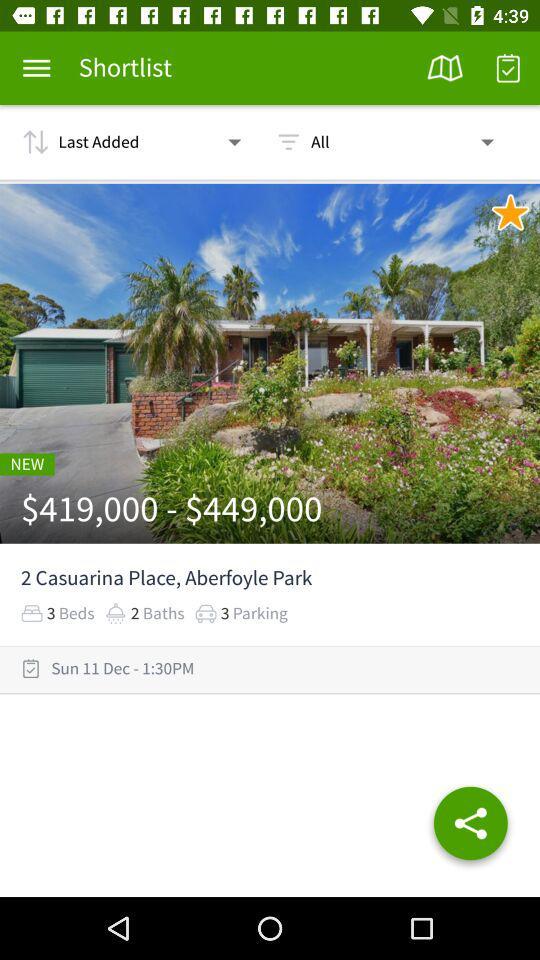 Image resolution: width=540 pixels, height=960 pixels. I want to click on the icon left to the text last added, so click(28, 141).